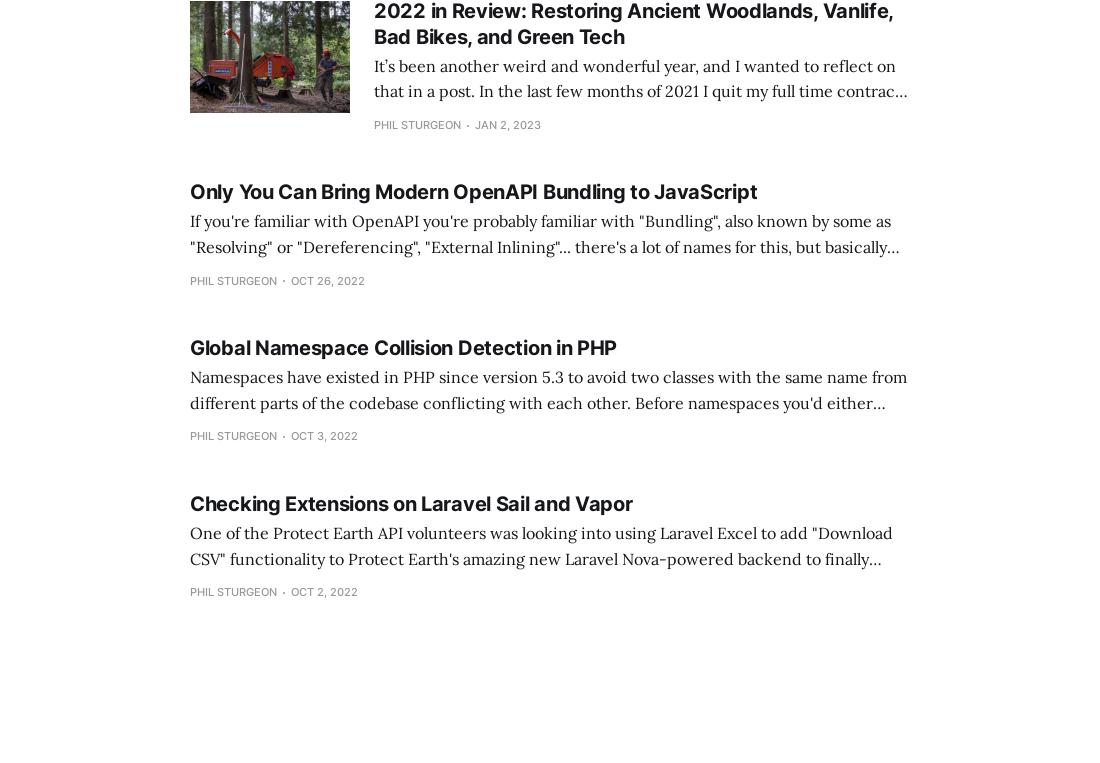 This screenshot has width=1100, height=763. Describe the element at coordinates (548, 414) in the screenshot. I see `'Namespaces have existed in PHP since version 5.3 to avoid two classes with the same name from different parts of the codebase conflicting with each other. Before namespaces you'd either hope it wasn't an issue, or name everything something horrendous like Acme_ModuleName_DirectoryName_ClassName. Nobody needs to tell'` at that location.